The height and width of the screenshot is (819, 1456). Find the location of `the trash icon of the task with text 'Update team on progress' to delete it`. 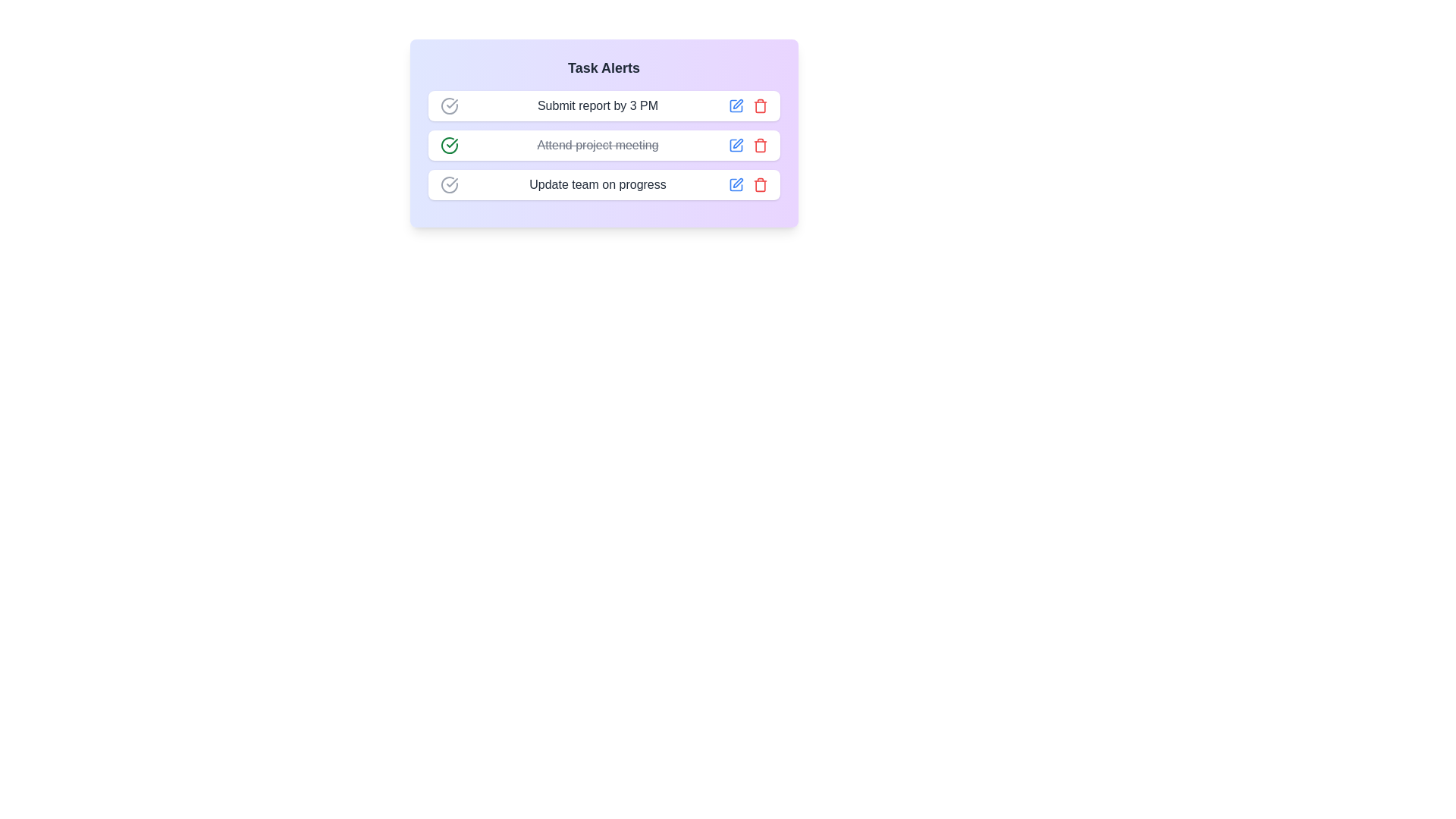

the trash icon of the task with text 'Update team on progress' to delete it is located at coordinates (760, 184).